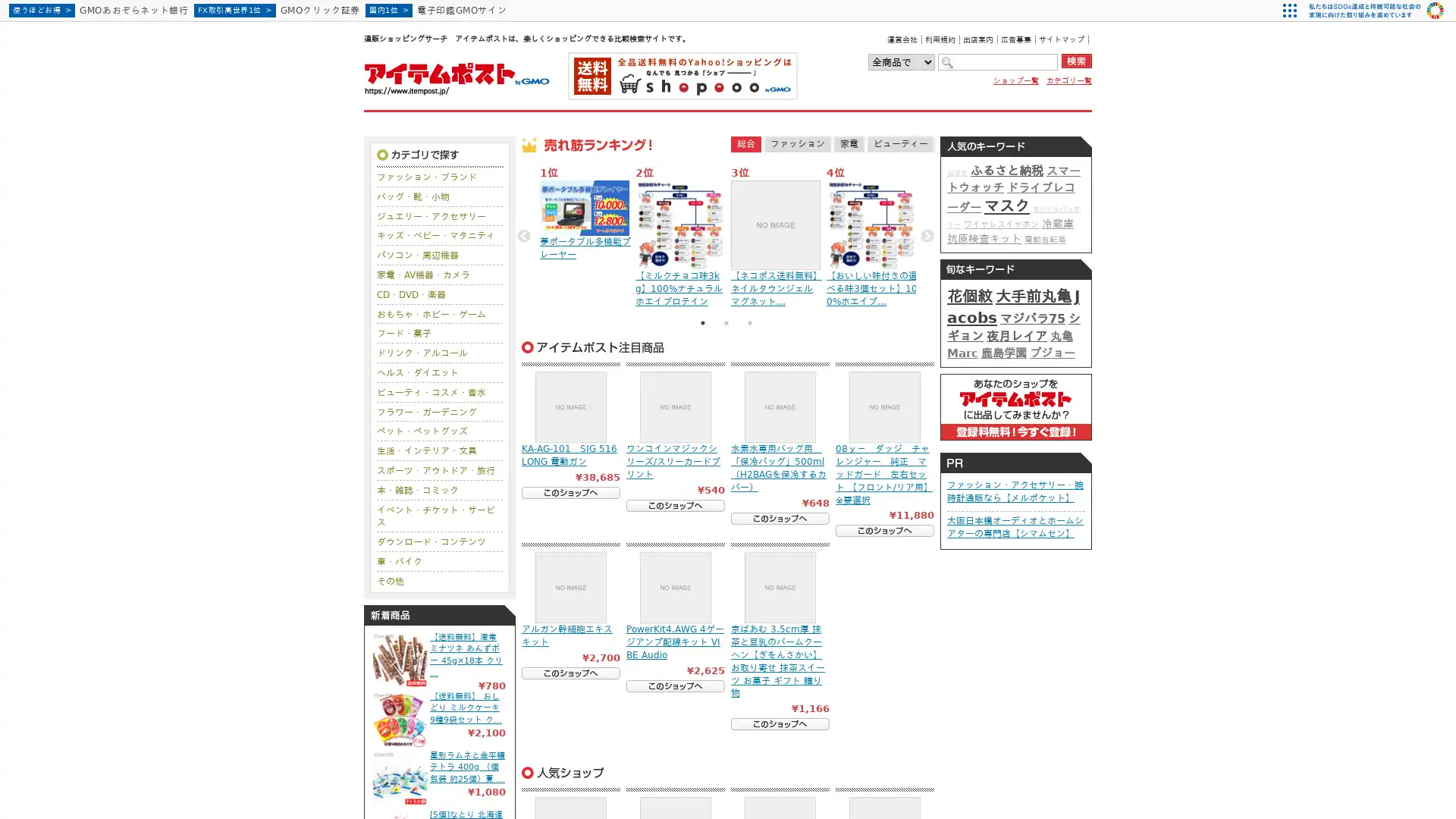 The image size is (1456, 819). Describe the element at coordinates (927, 237) in the screenshot. I see `Next` at that location.